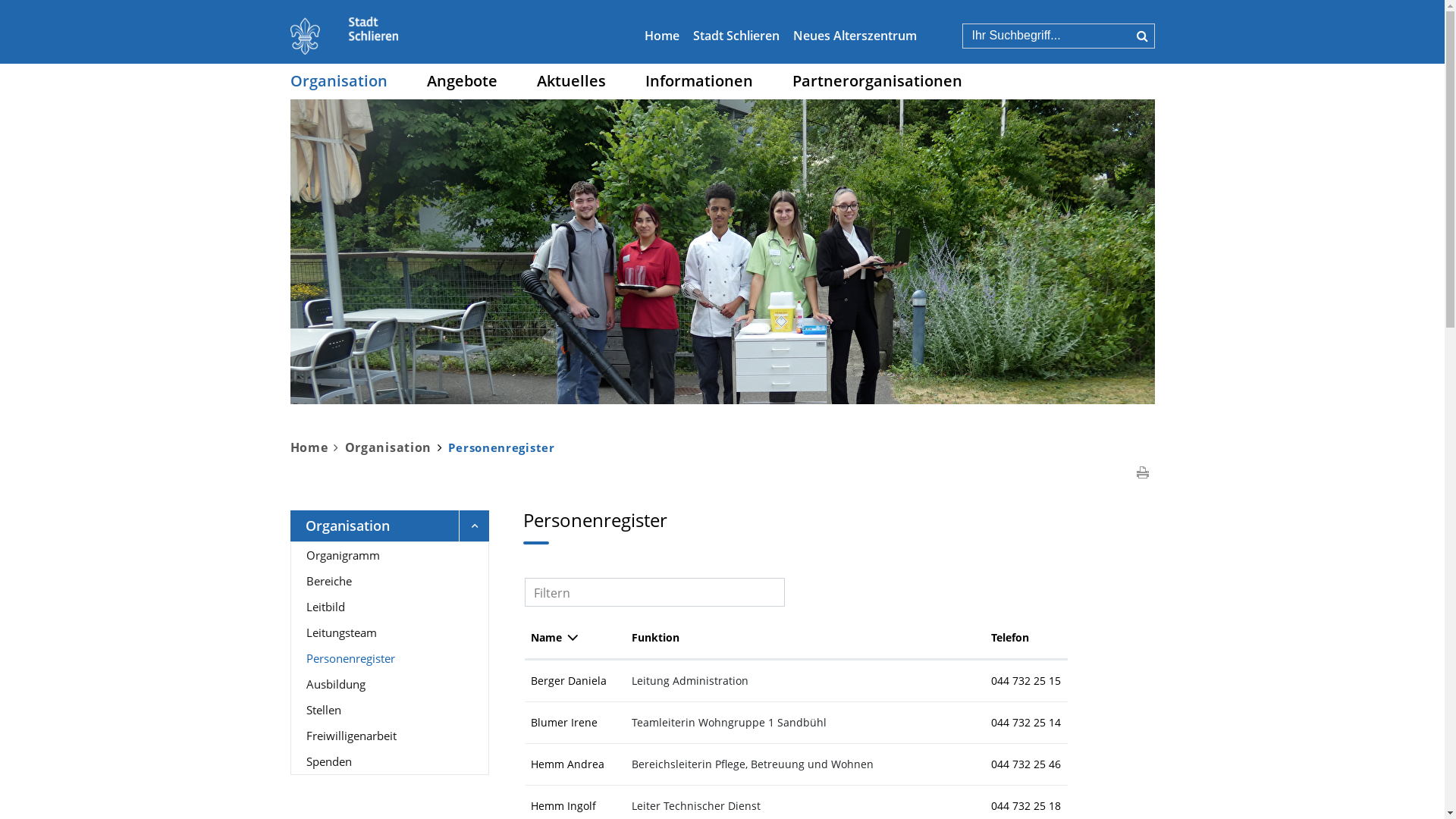 The width and height of the screenshot is (1456, 819). Describe the element at coordinates (1026, 805) in the screenshot. I see `'044 732 25 18'` at that location.